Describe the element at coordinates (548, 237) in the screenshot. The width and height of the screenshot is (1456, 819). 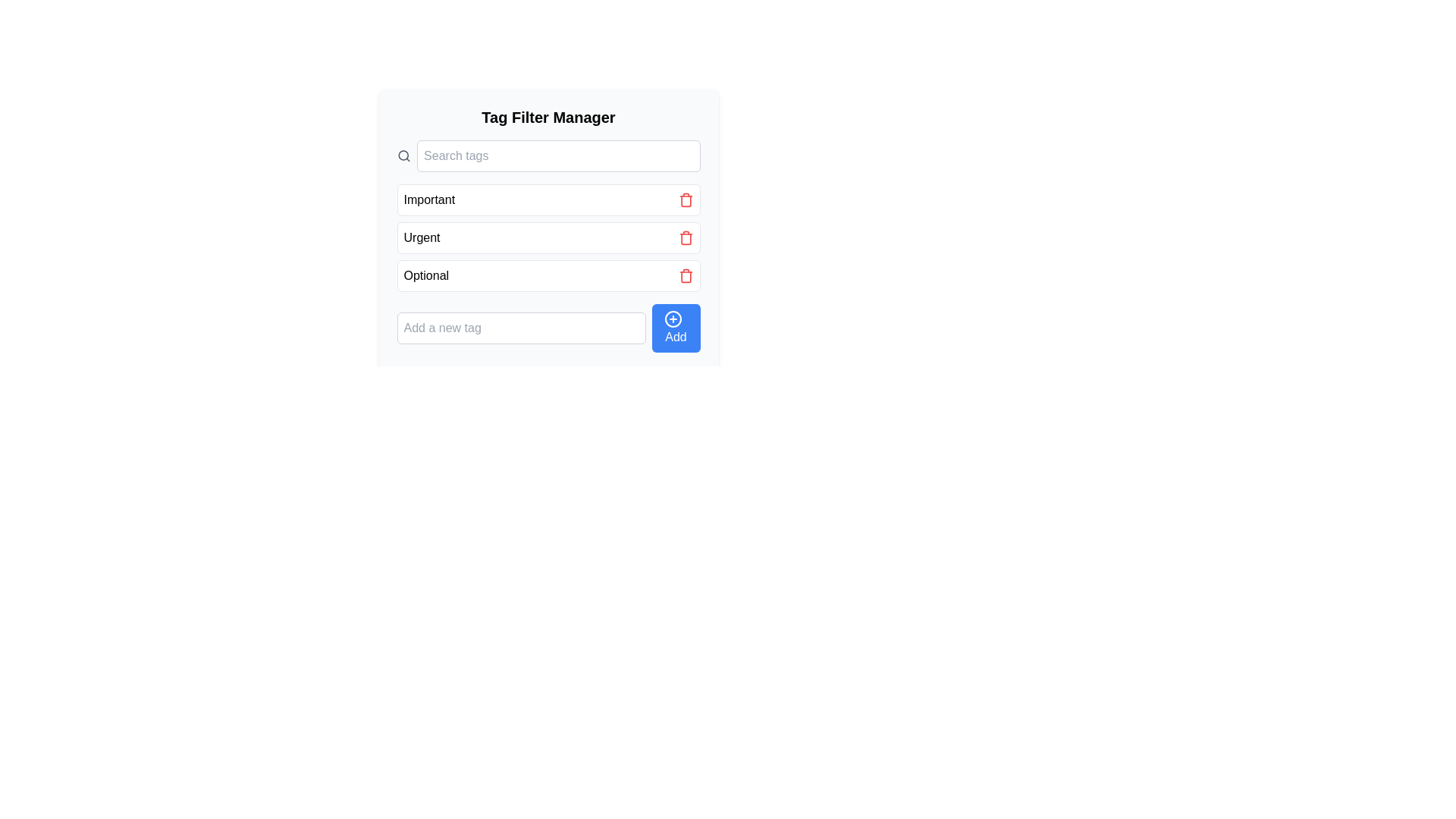
I see `the 'Urgent' tag filter` at that location.